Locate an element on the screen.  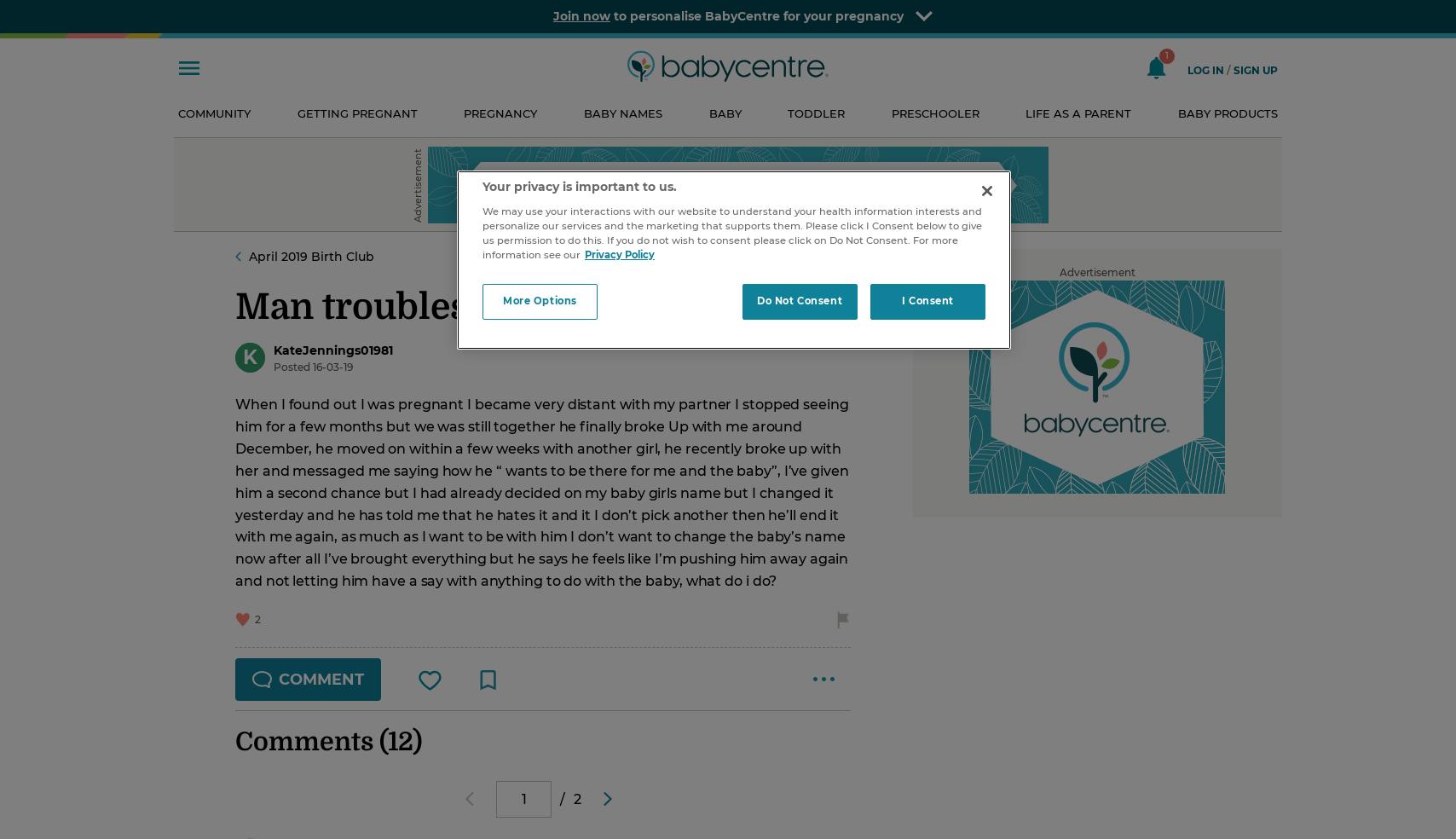
'Pregnancy' is located at coordinates (463, 113).